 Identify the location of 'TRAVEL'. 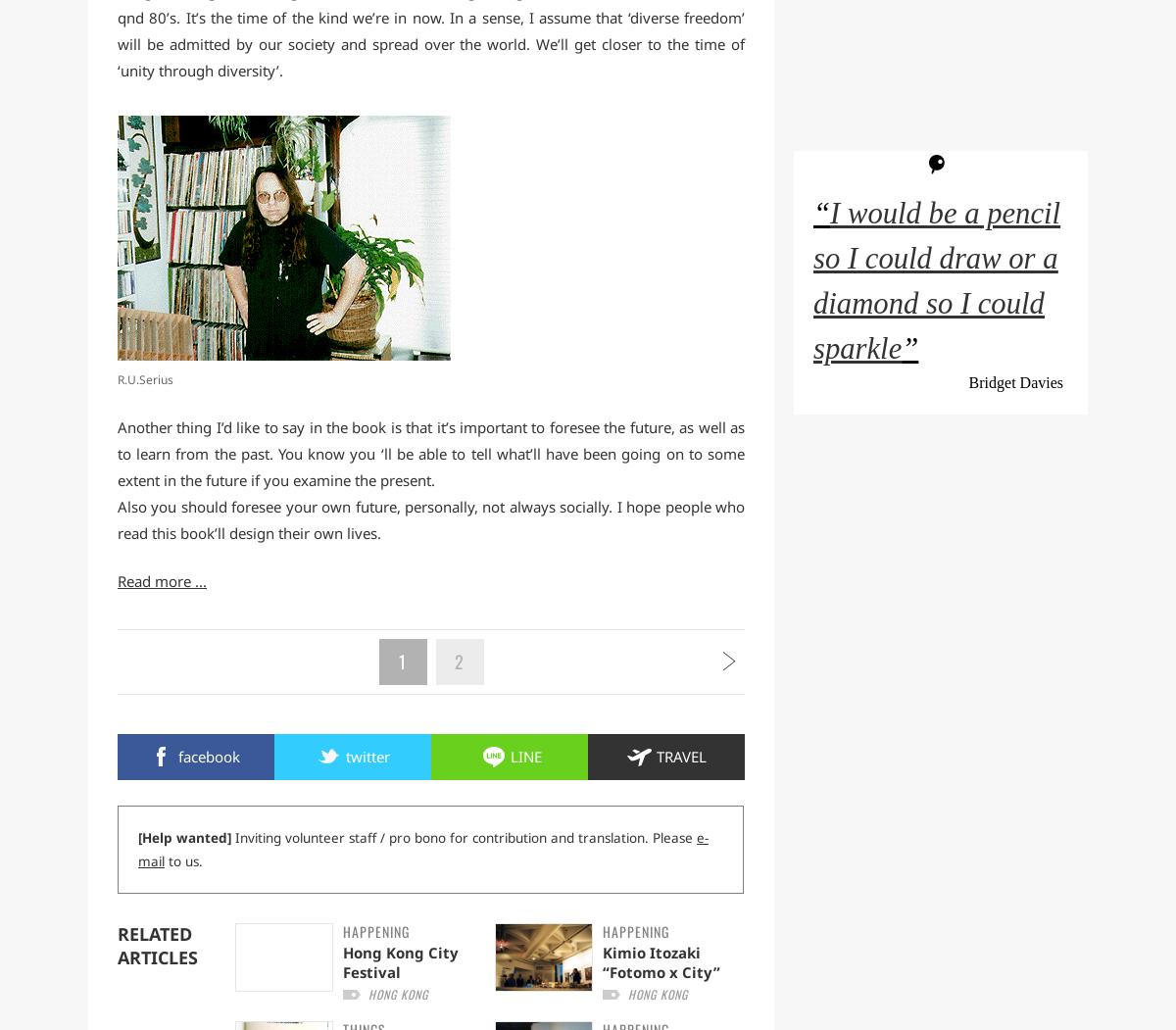
(680, 755).